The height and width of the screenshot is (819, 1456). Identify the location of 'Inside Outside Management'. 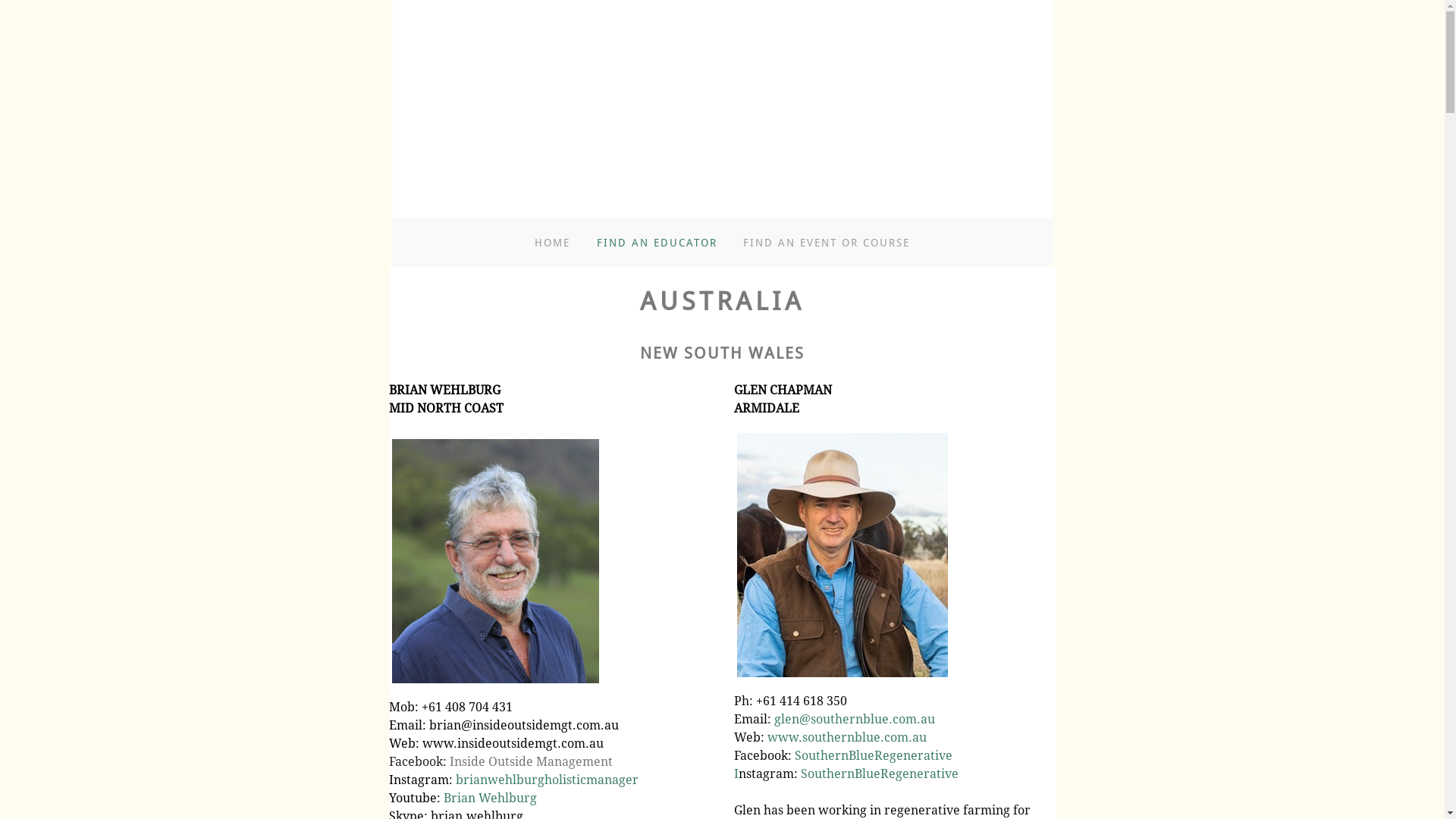
(530, 761).